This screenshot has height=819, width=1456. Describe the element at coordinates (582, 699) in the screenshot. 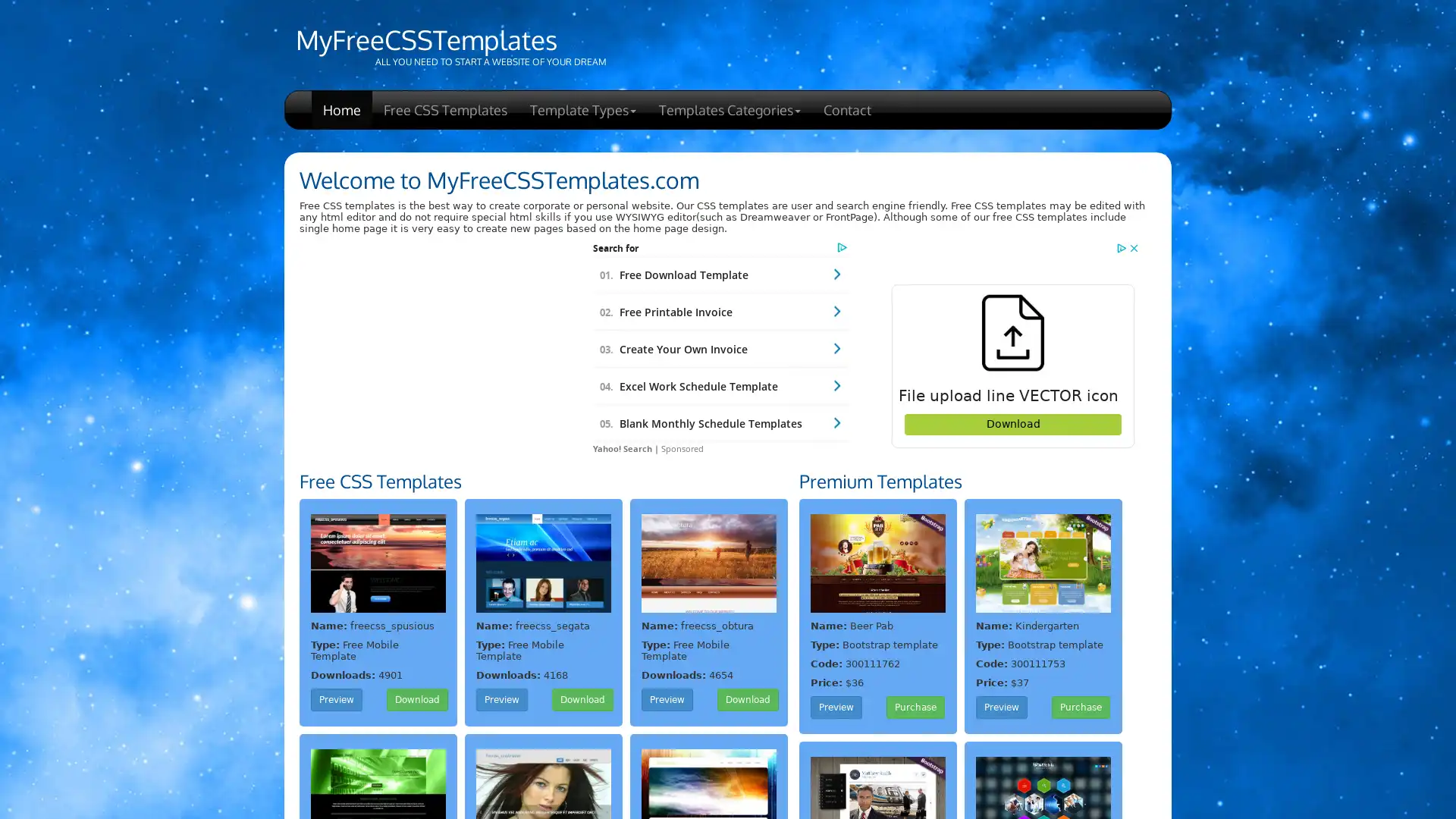

I see `Download` at that location.